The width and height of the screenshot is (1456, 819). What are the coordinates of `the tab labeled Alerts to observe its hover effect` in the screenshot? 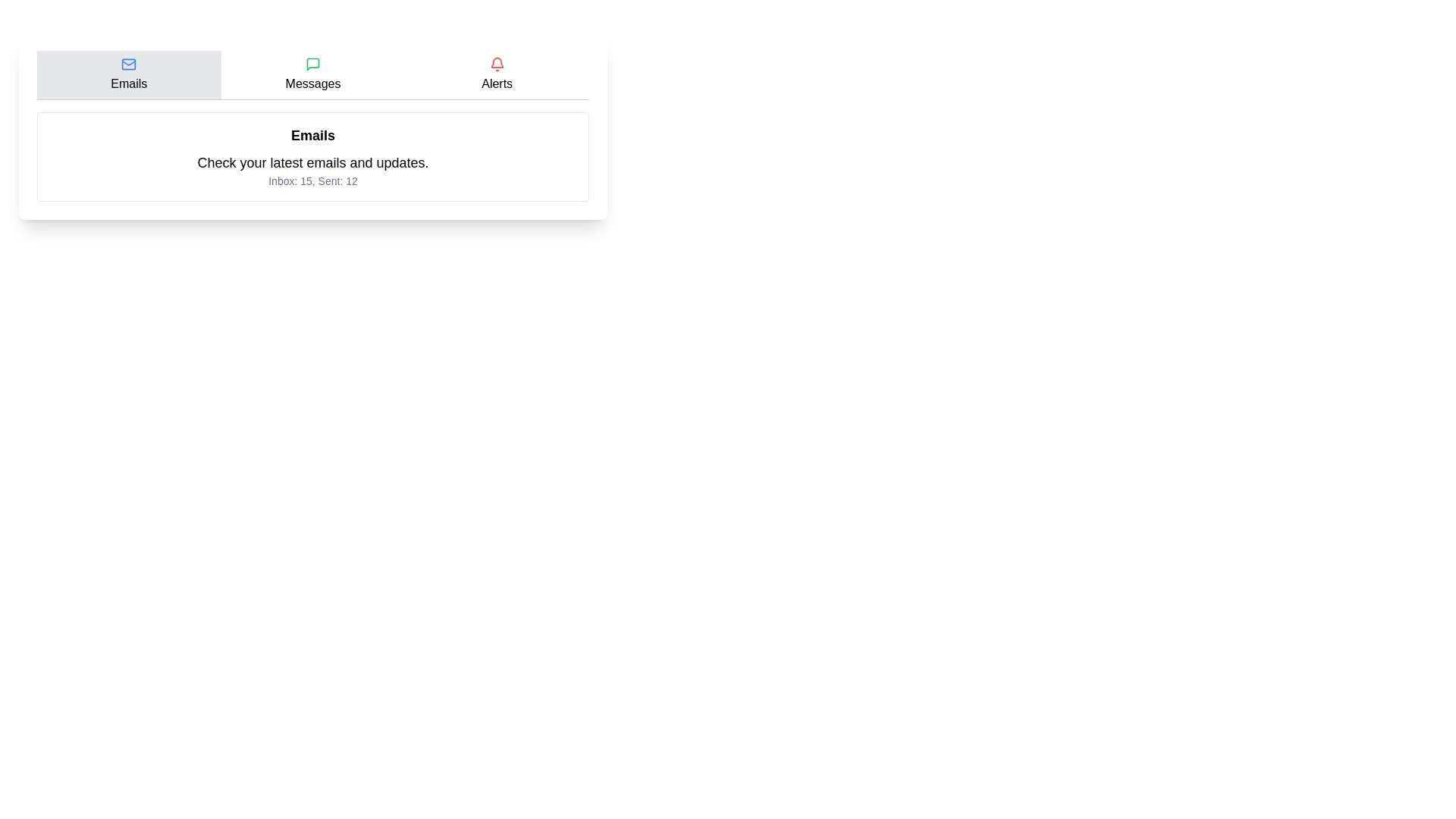 It's located at (497, 75).